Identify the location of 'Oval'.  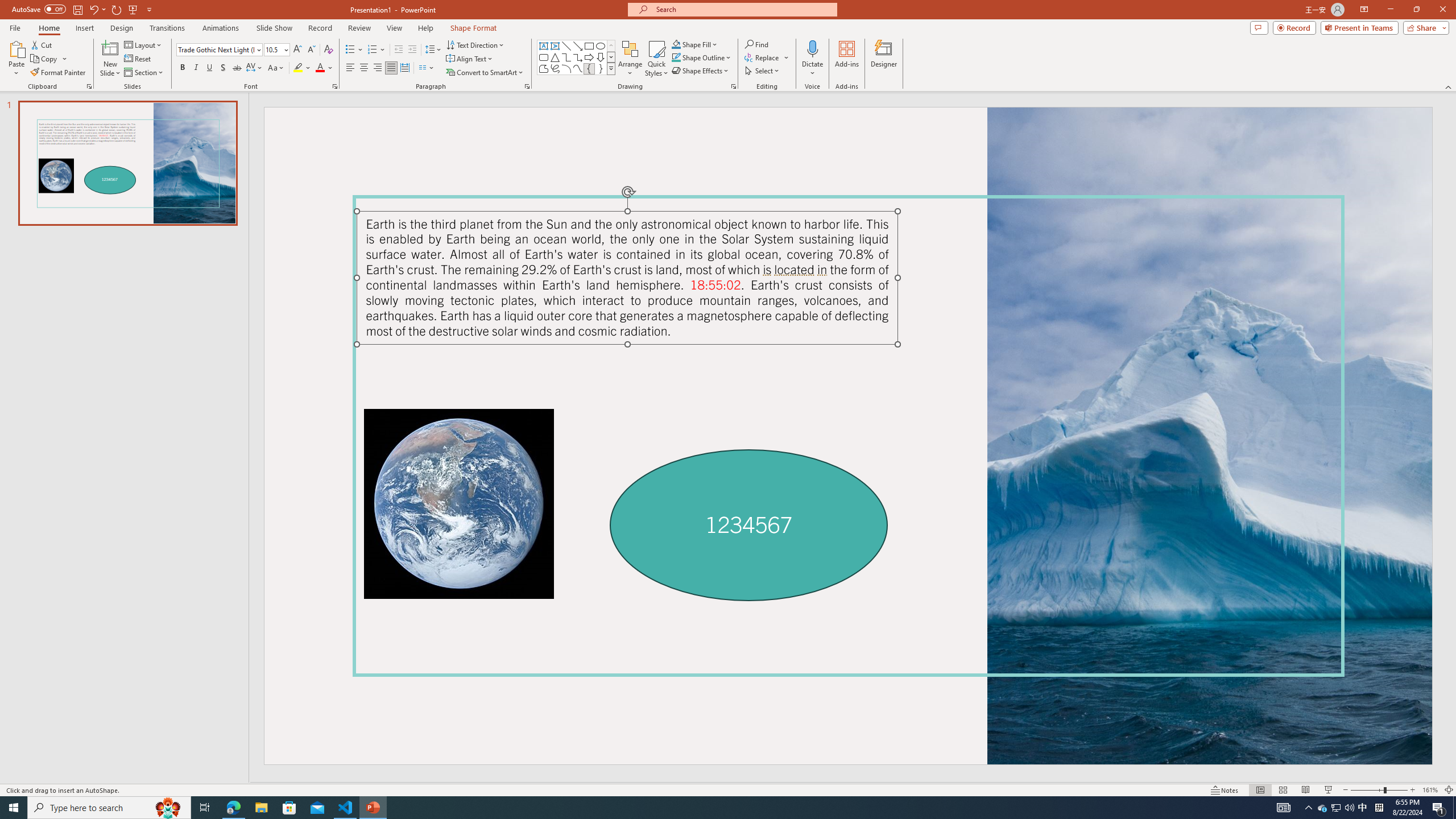
(600, 45).